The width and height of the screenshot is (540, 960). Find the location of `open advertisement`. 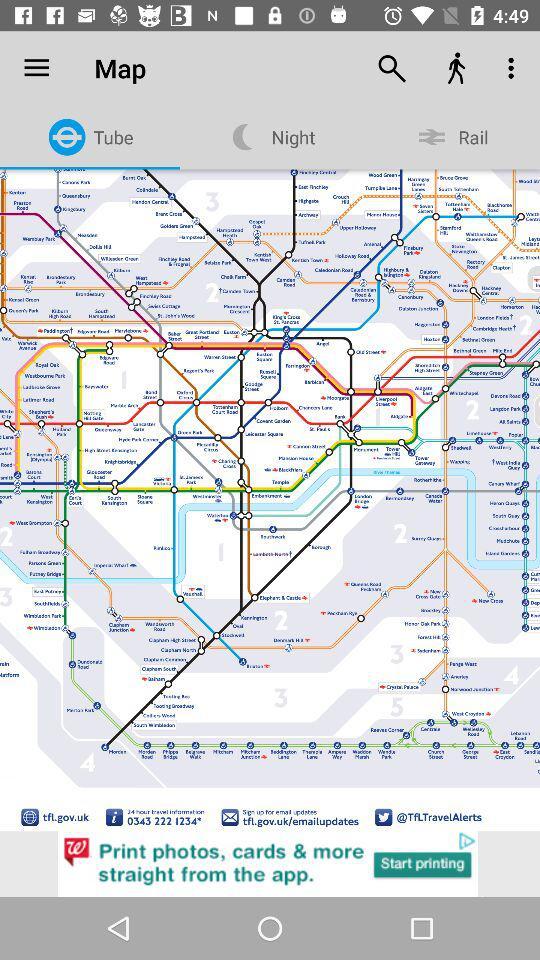

open advertisement is located at coordinates (270, 863).